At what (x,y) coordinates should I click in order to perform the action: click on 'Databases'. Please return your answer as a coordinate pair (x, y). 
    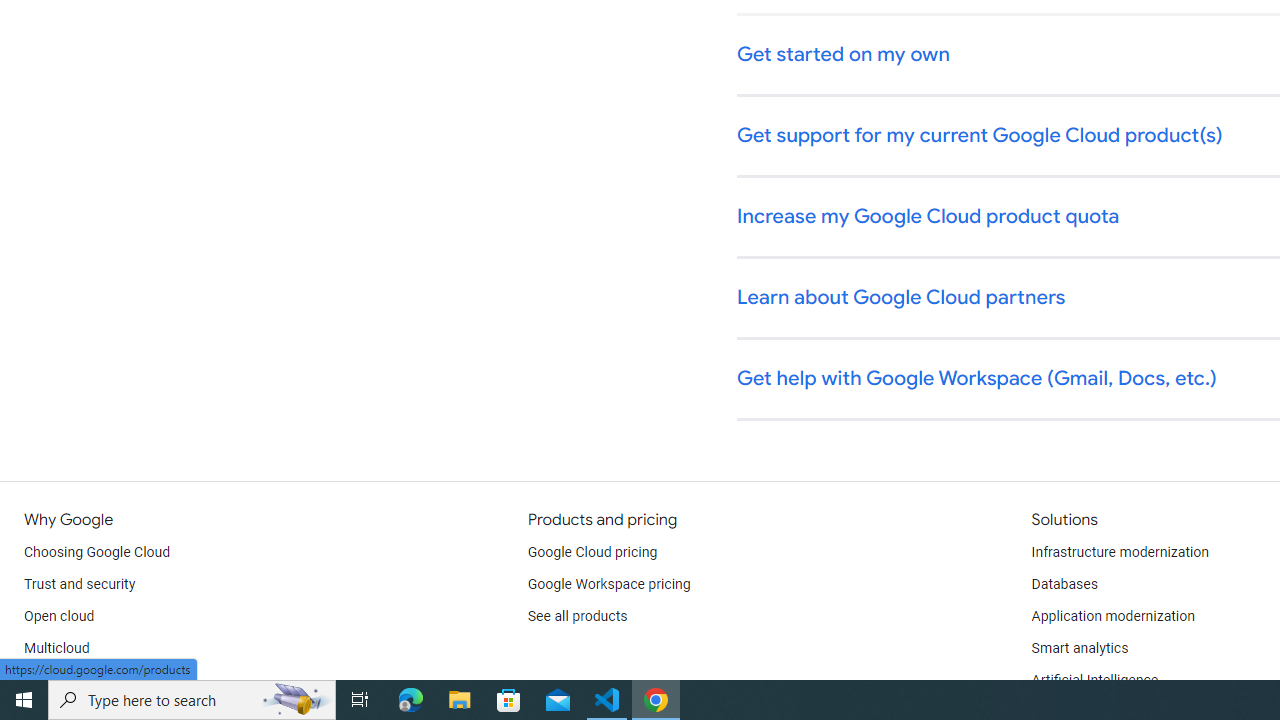
    Looking at the image, I should click on (1063, 585).